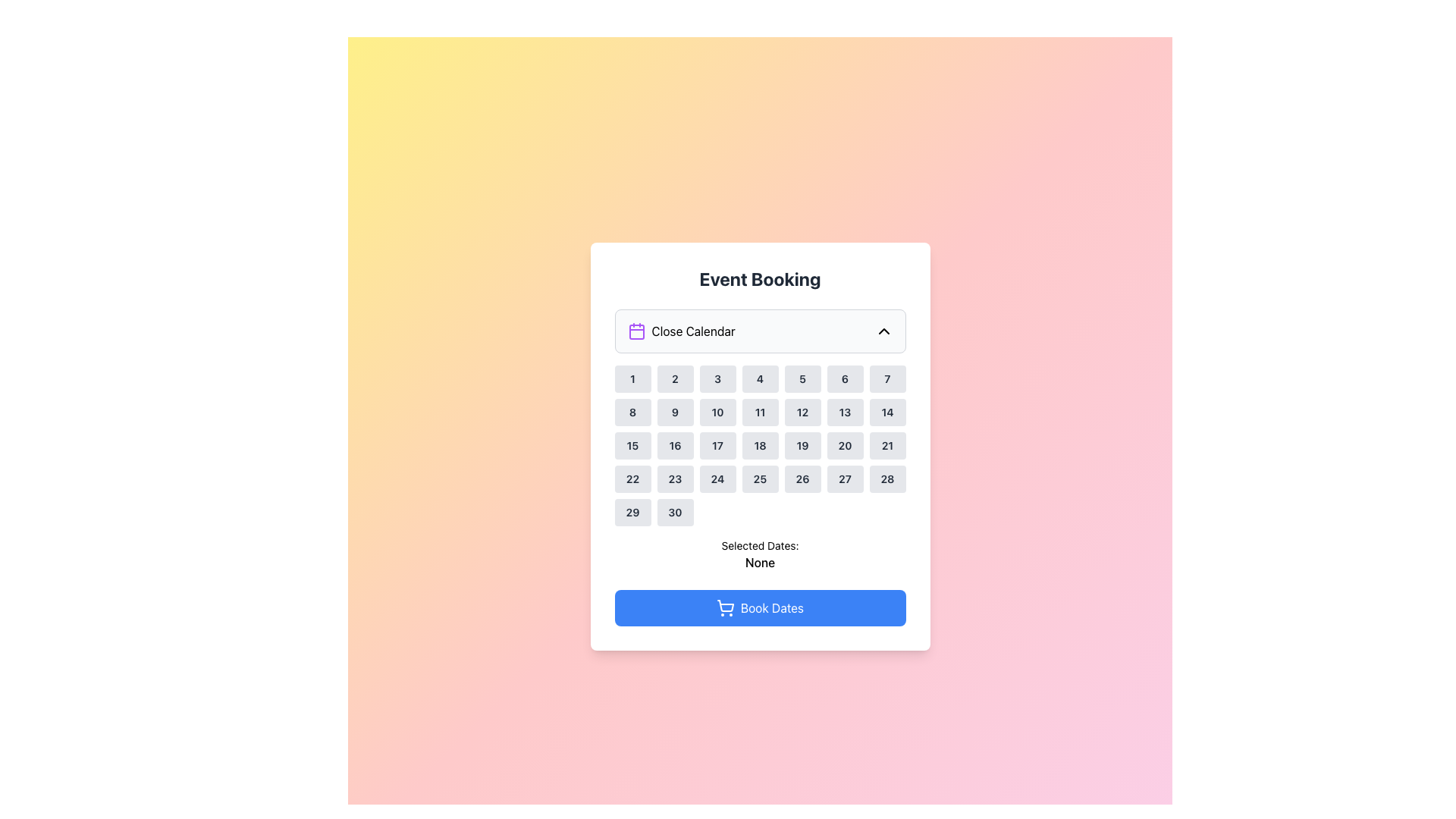 The height and width of the screenshot is (819, 1456). I want to click on the button representing the number '23' in the date selection grid, which is a small rectangular button with a light gray background and dark gray text, so click(674, 479).